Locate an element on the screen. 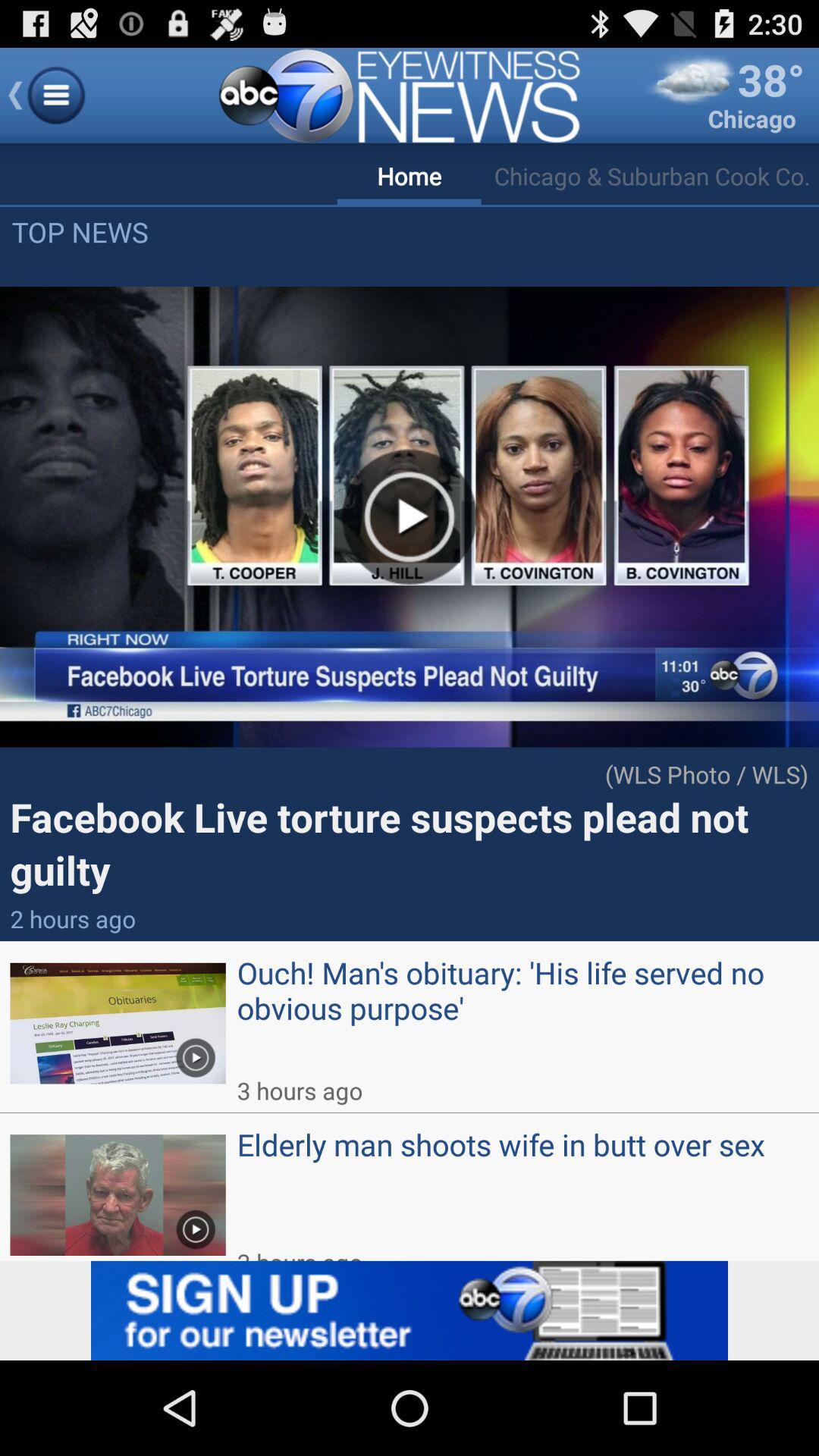 The height and width of the screenshot is (1456, 819). the play symbol beside elderly man shoots wife in butt over sex is located at coordinates (195, 1224).